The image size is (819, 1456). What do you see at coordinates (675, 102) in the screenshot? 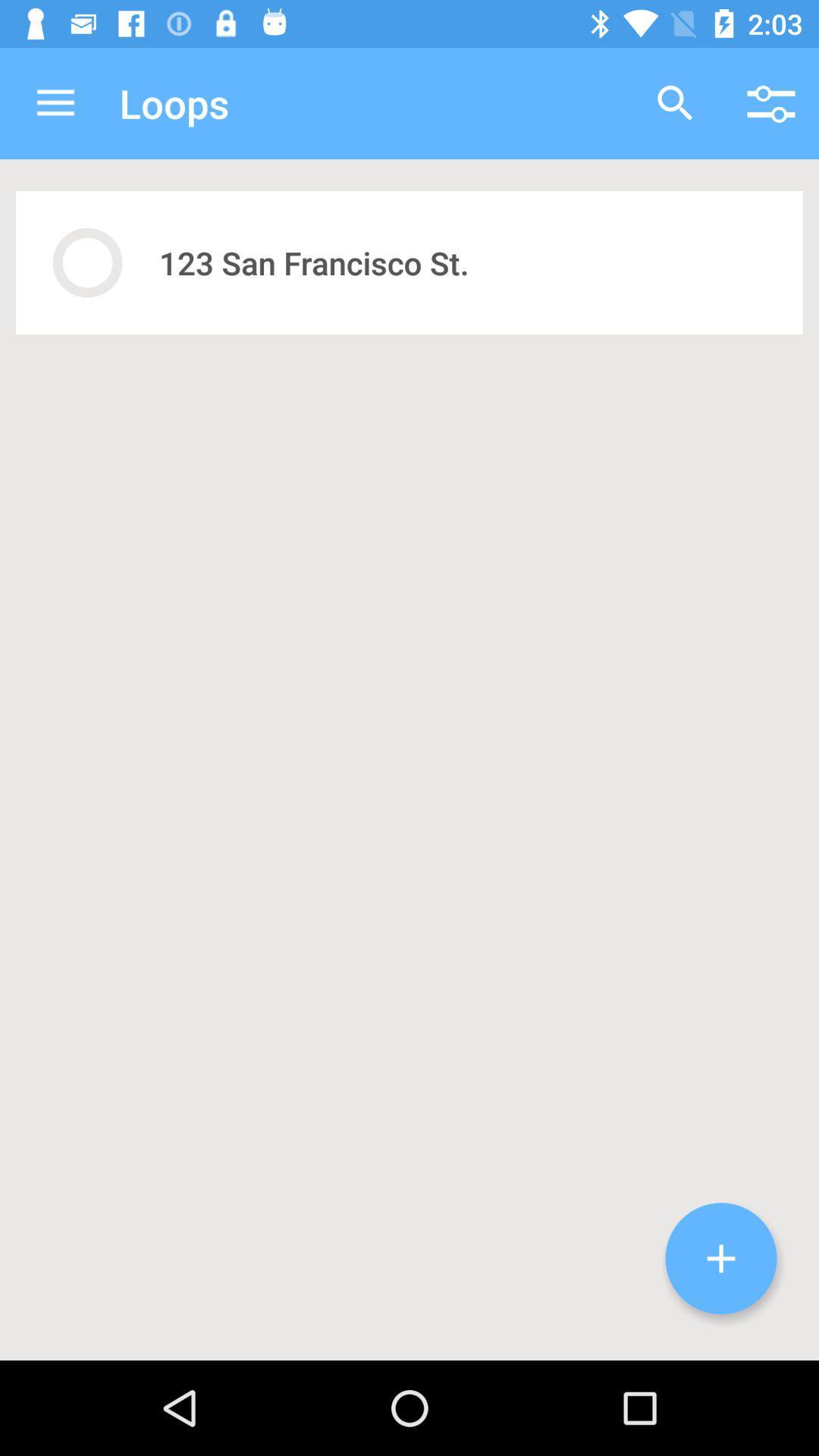
I see `icon next to loops` at bounding box center [675, 102].